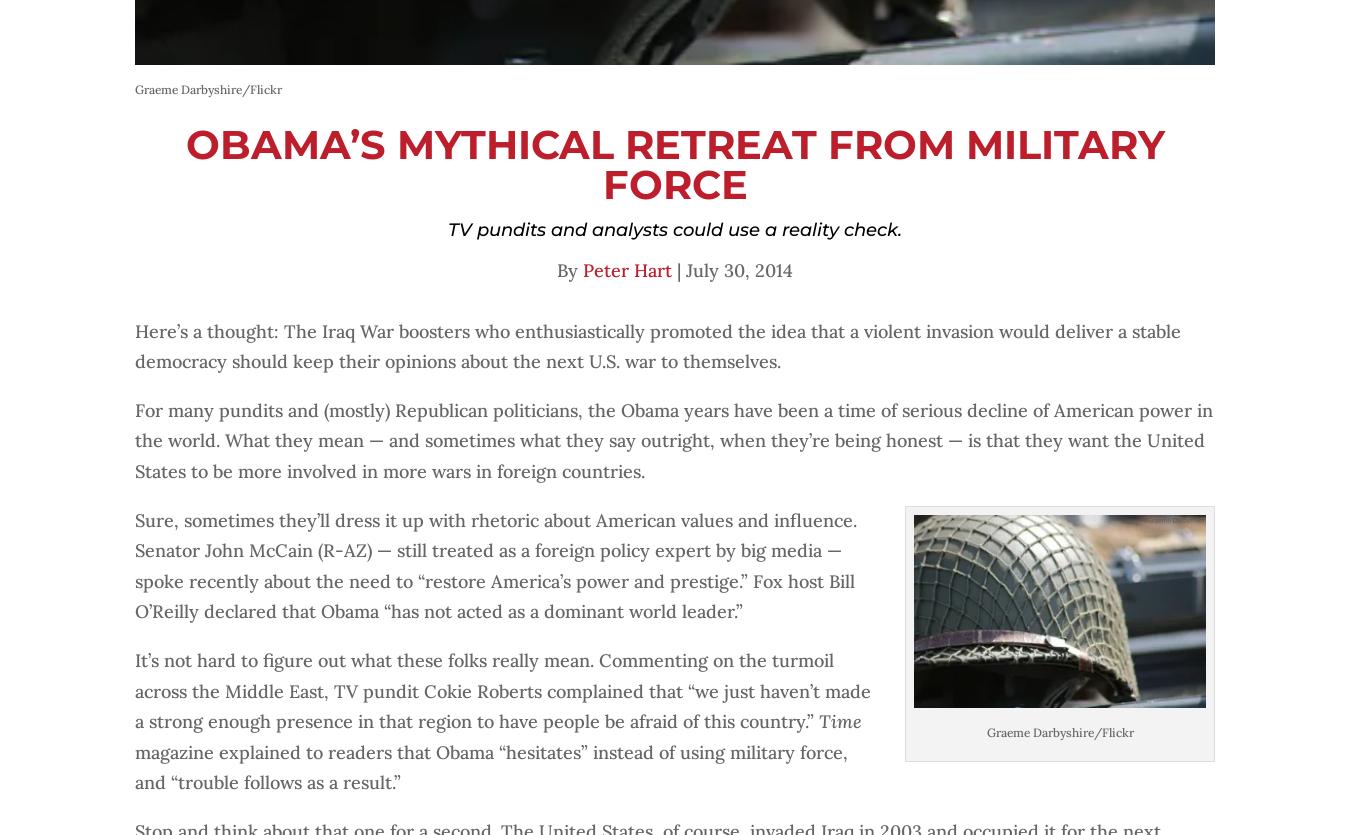 The image size is (1350, 835). I want to click on 'Obama’s Mythical Retreat from Military Force', so click(184, 163).